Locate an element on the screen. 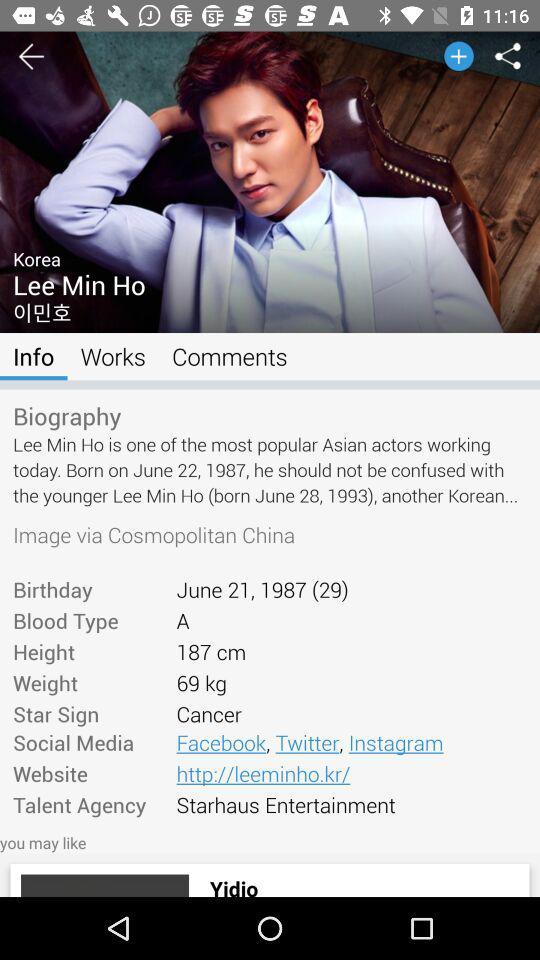 The image size is (540, 960). item next to social media icon is located at coordinates (350, 772).